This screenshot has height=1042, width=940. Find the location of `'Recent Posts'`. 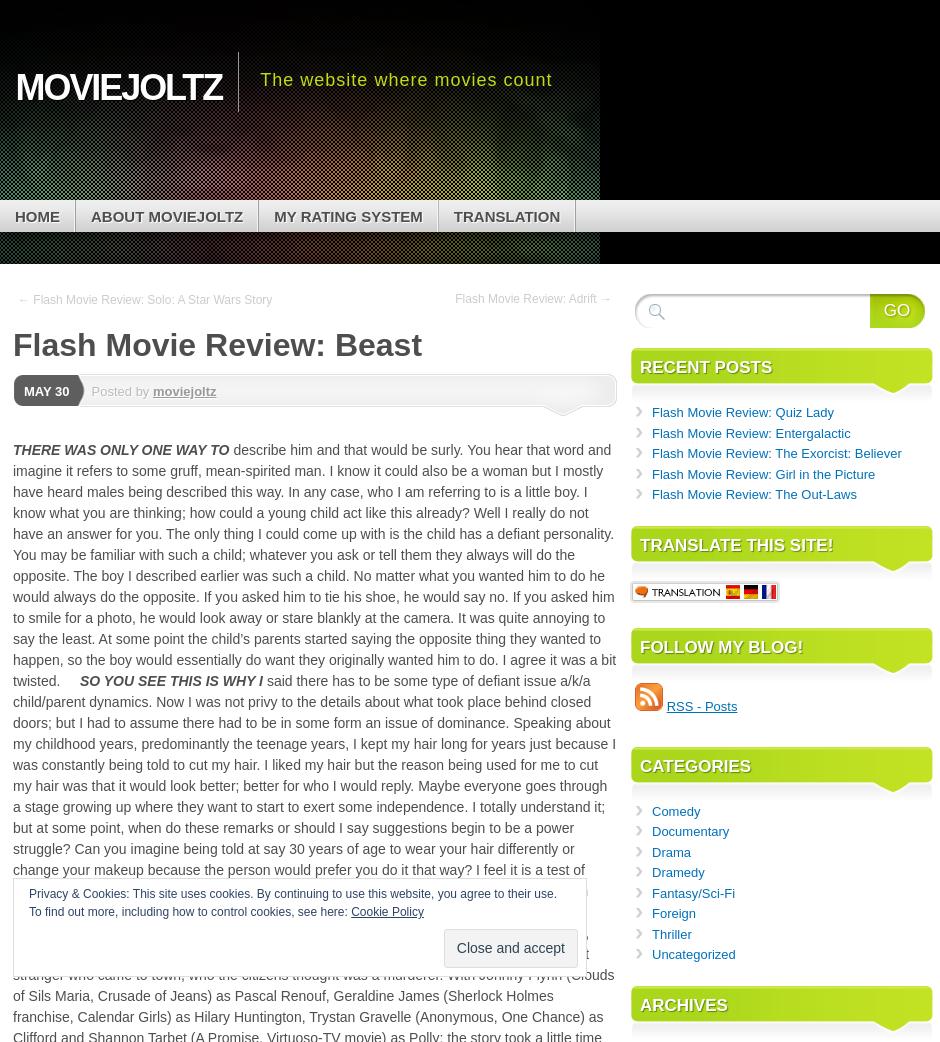

'Recent Posts' is located at coordinates (640, 366).